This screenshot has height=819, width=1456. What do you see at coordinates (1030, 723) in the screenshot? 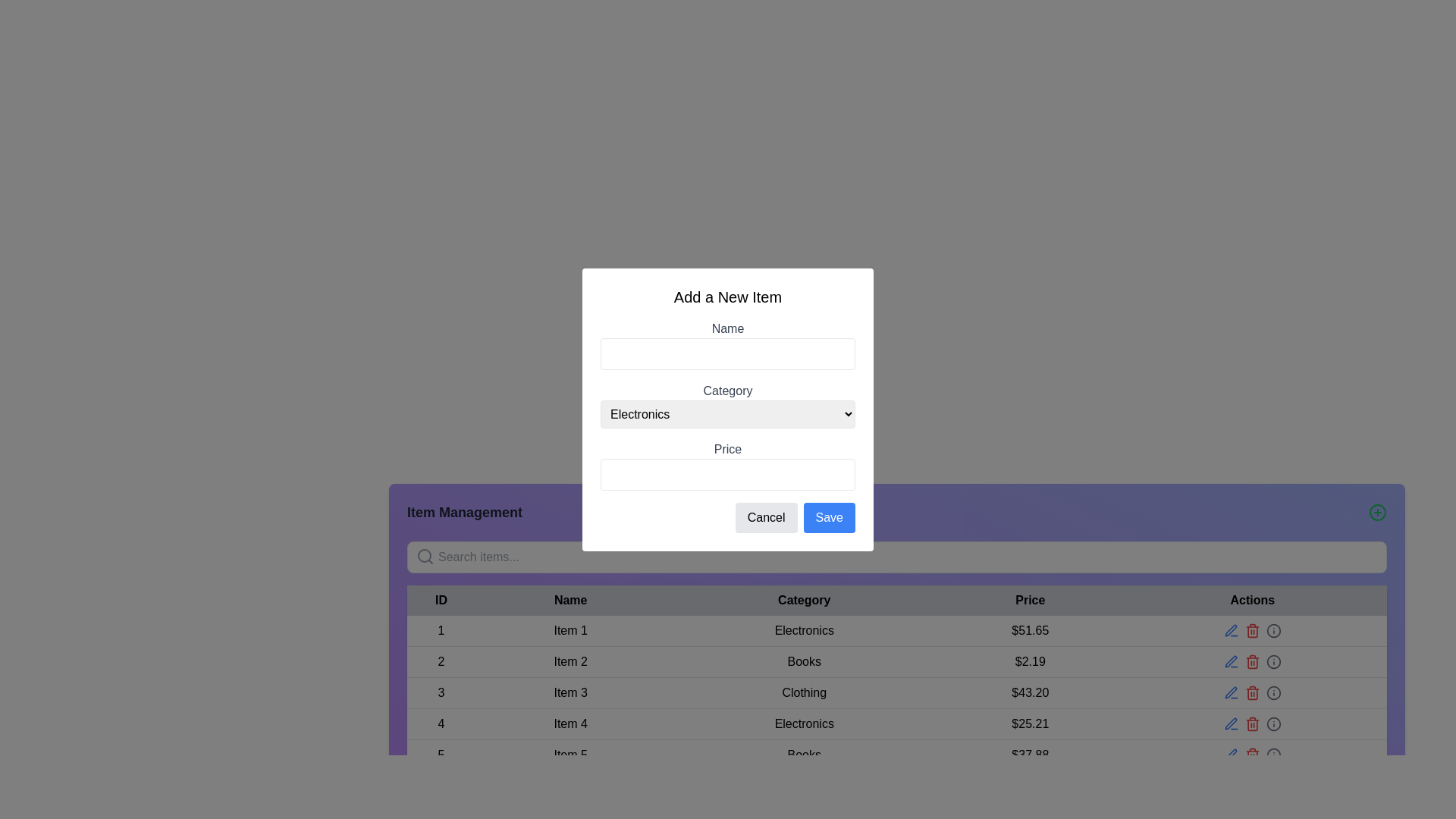
I see `the text element indicating the price of 'Item 4' located` at bounding box center [1030, 723].